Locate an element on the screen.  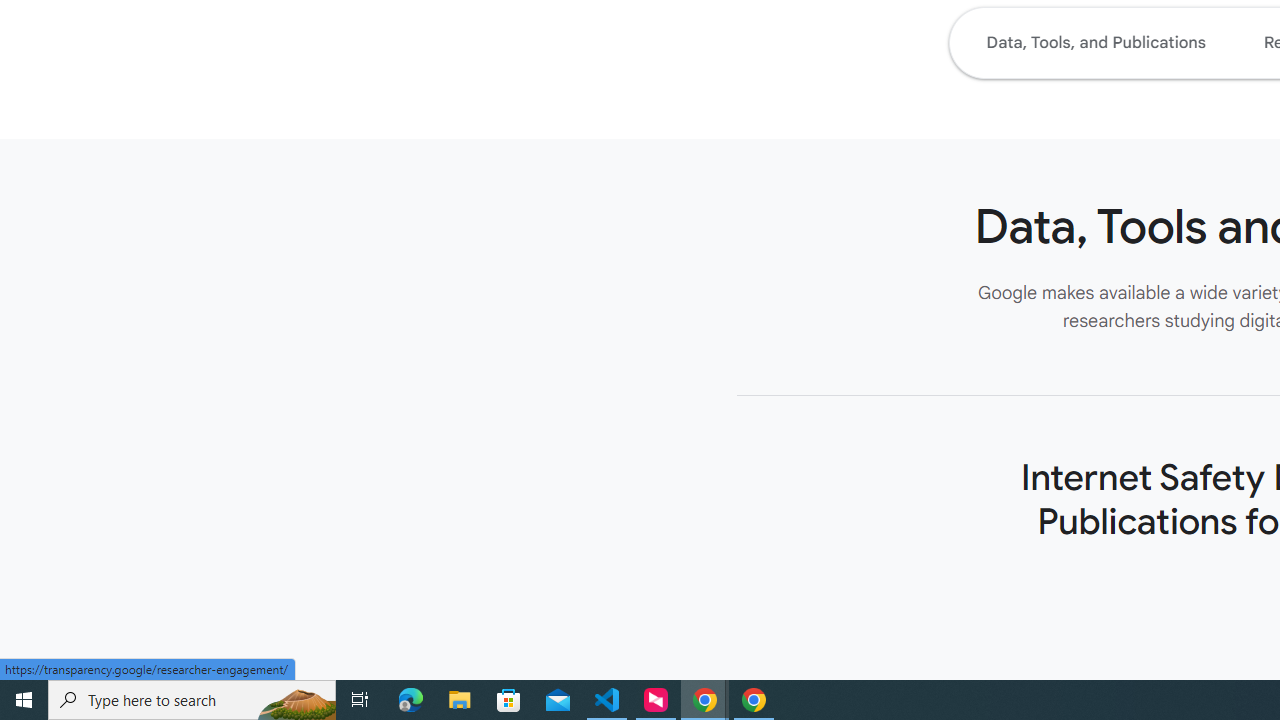
'Data, Tools, and Publications' is located at coordinates (1094, 42).